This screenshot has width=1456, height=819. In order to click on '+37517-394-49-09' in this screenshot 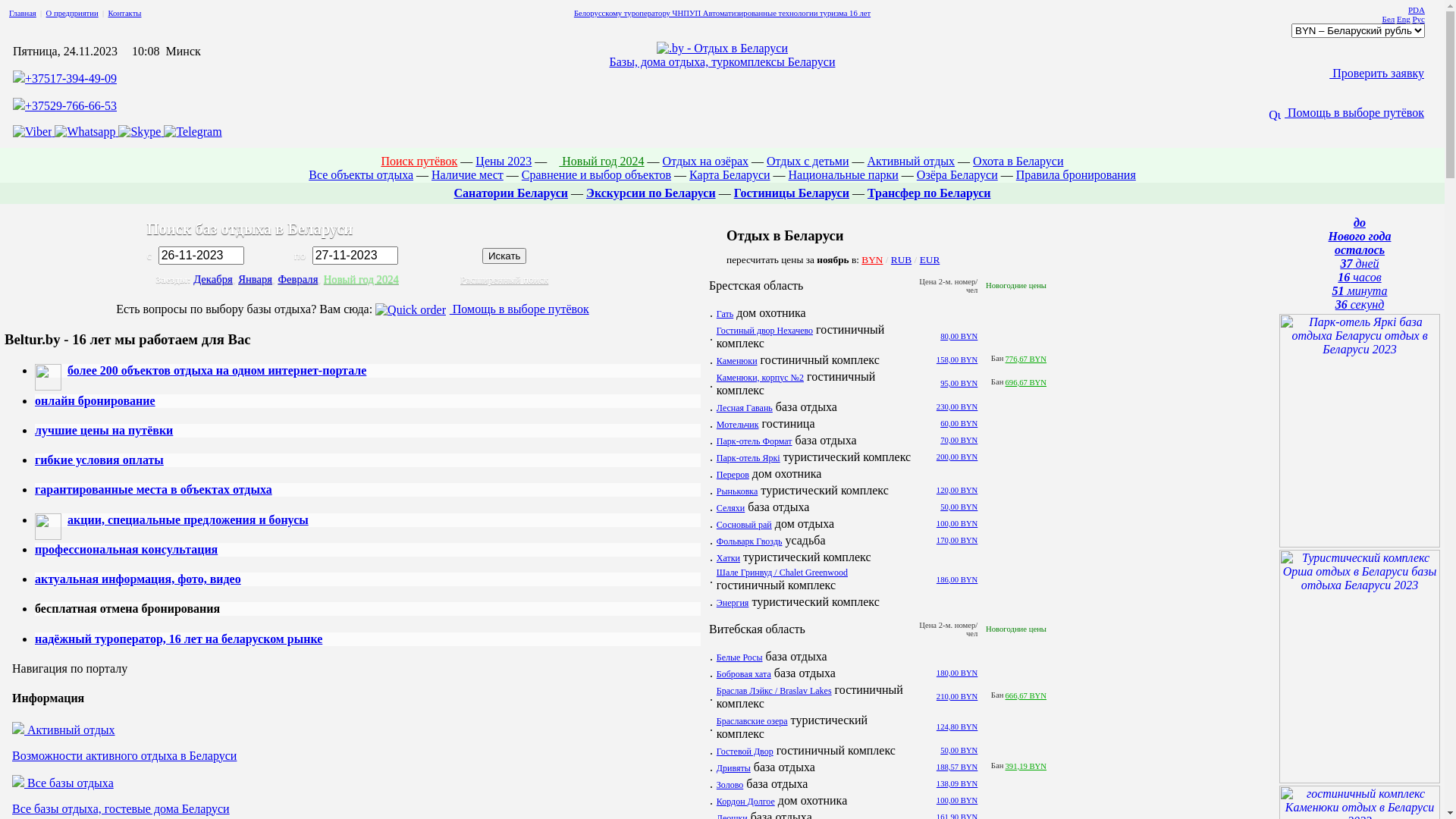, I will do `click(25, 78)`.